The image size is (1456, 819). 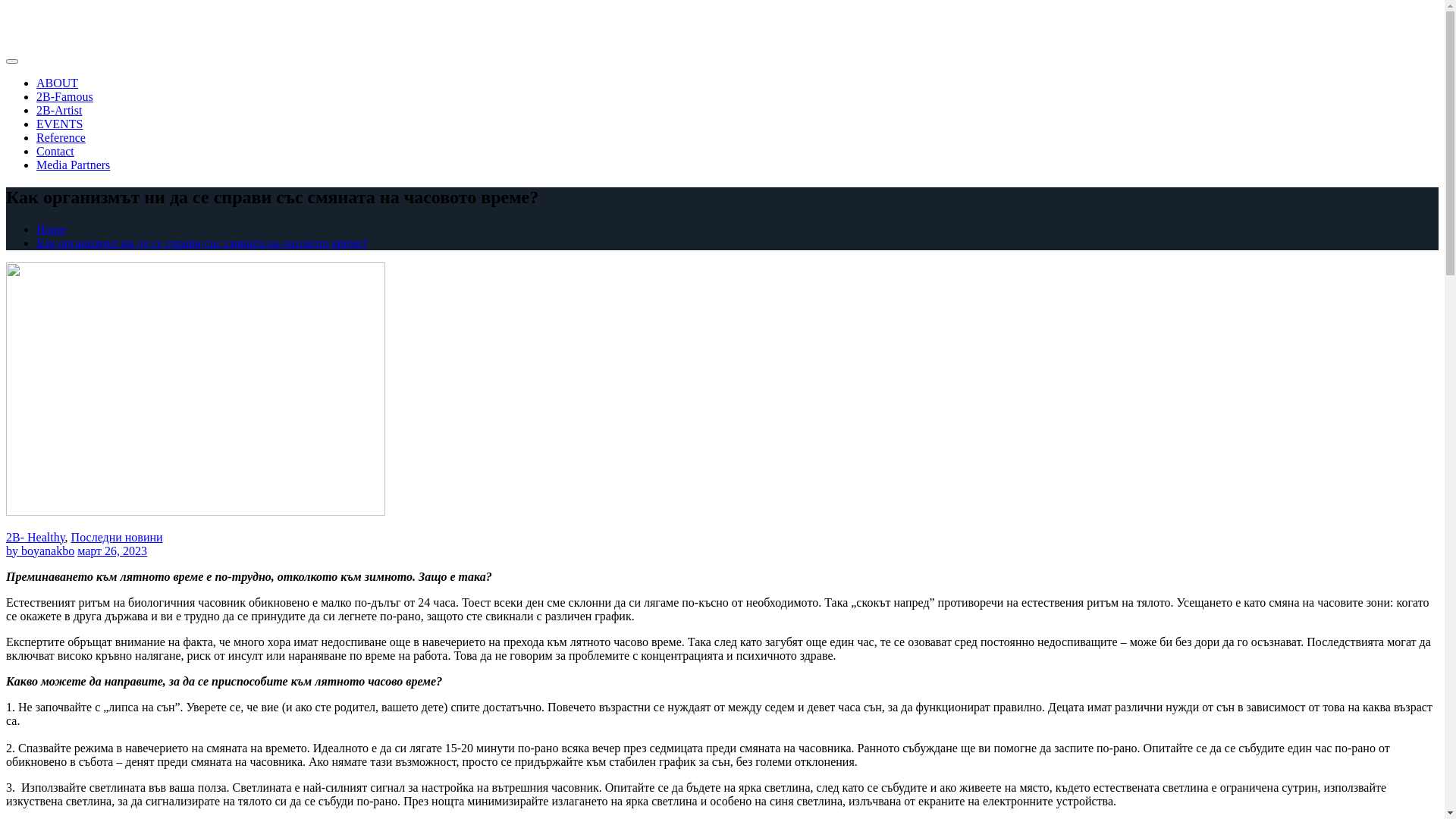 I want to click on '2B- Healthy', so click(x=36, y=536).